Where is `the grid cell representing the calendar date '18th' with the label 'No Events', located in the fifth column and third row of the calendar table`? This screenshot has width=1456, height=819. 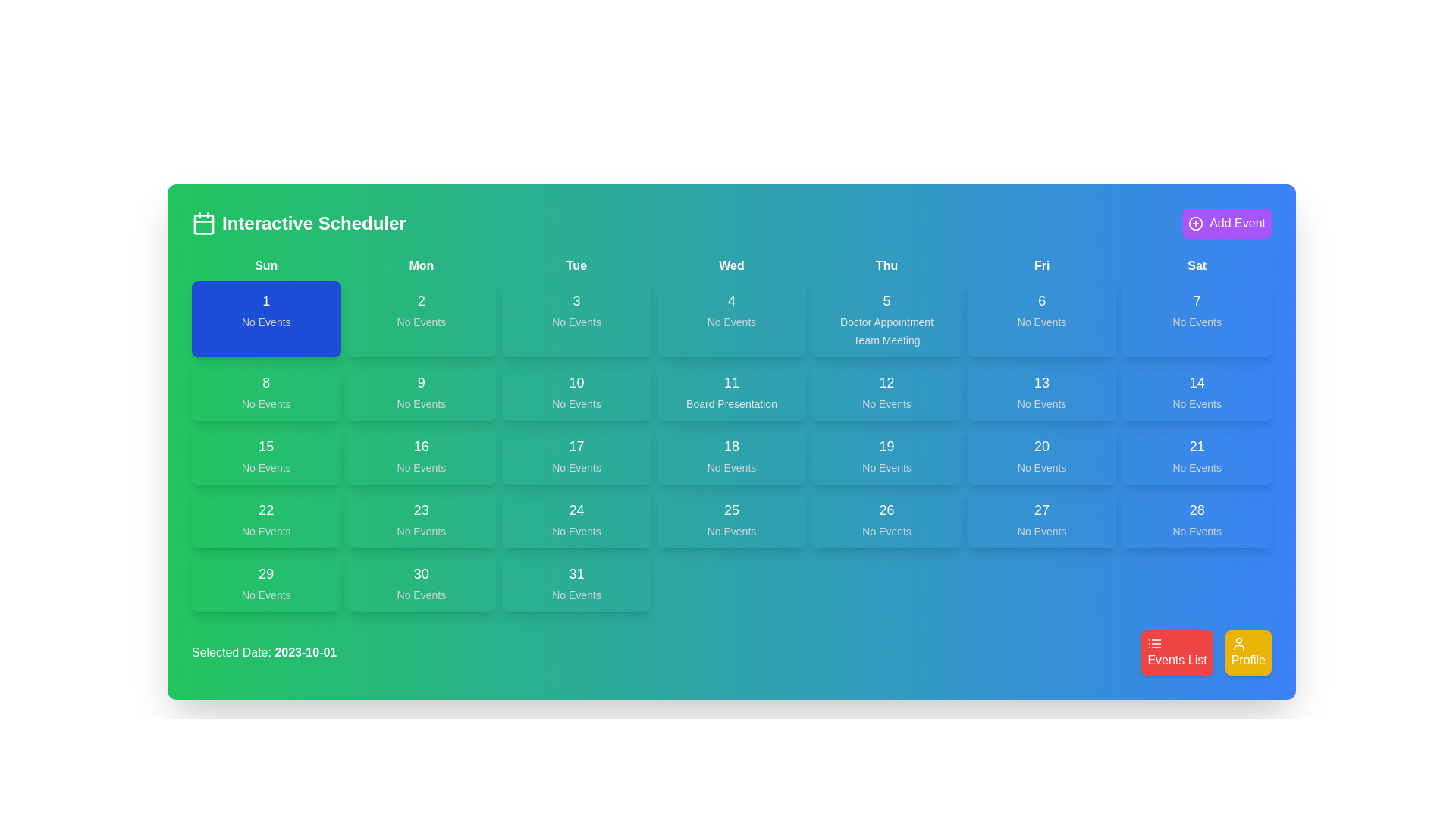
the grid cell representing the calendar date '18th' with the label 'No Events', located in the fifth column and third row of the calendar table is located at coordinates (731, 455).